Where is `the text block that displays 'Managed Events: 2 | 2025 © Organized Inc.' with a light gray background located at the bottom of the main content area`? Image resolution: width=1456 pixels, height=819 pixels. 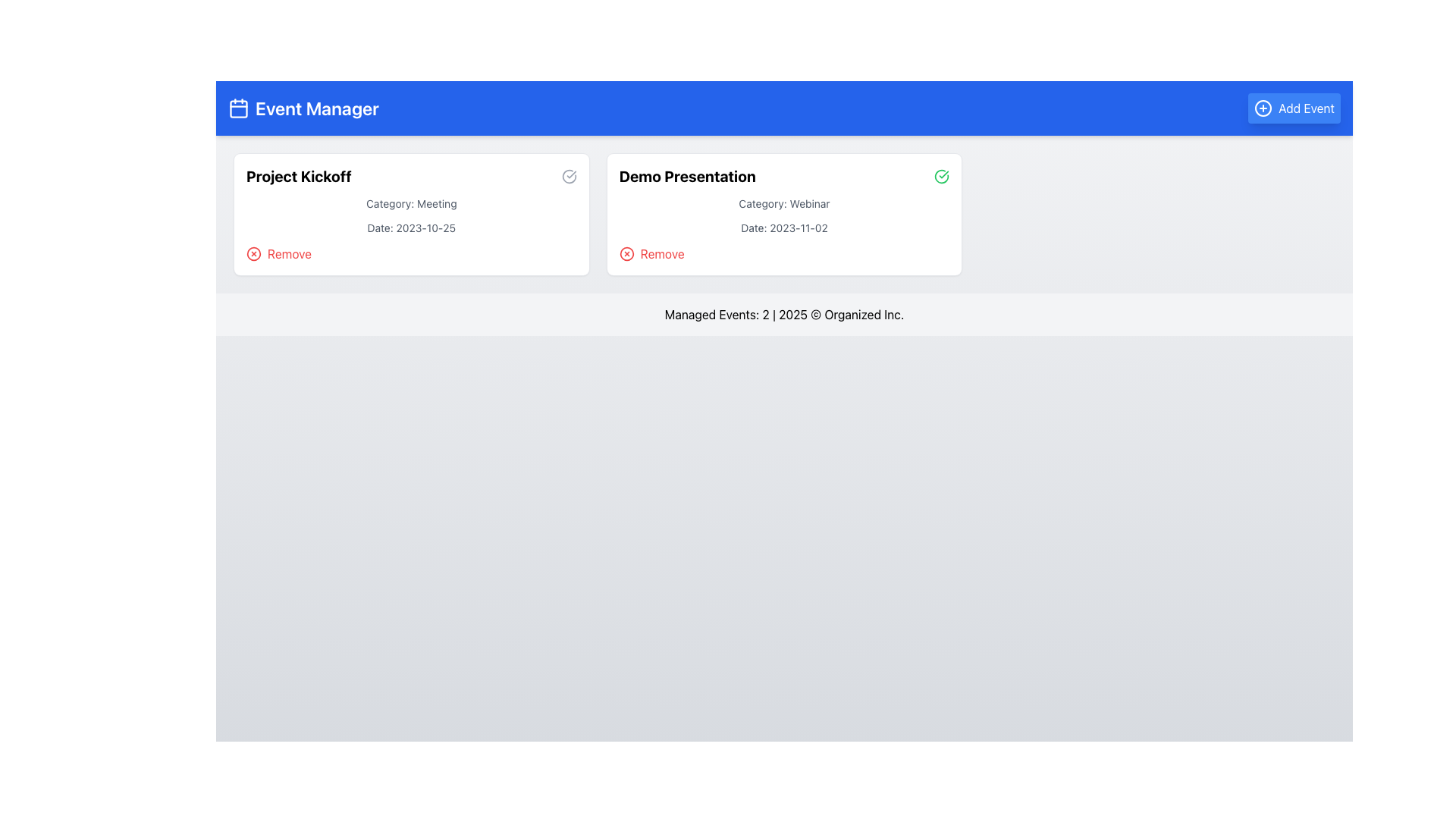 the text block that displays 'Managed Events: 2 | 2025 © Organized Inc.' with a light gray background located at the bottom of the main content area is located at coordinates (784, 314).